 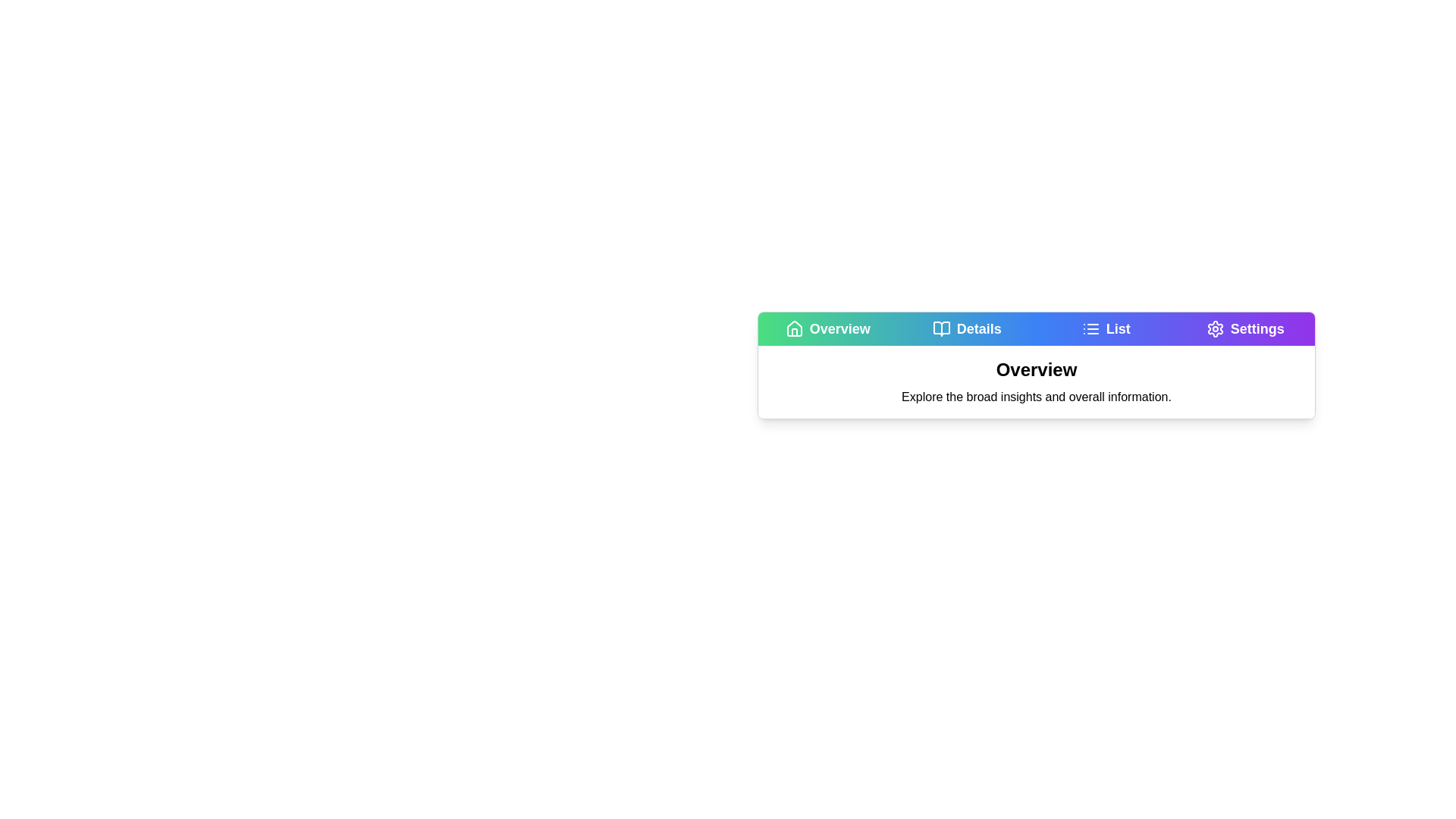 What do you see at coordinates (966, 328) in the screenshot?
I see `the 'Details' button, which is a rectangular button with a gradient background from green to purple and an open book icon next to the text` at bounding box center [966, 328].